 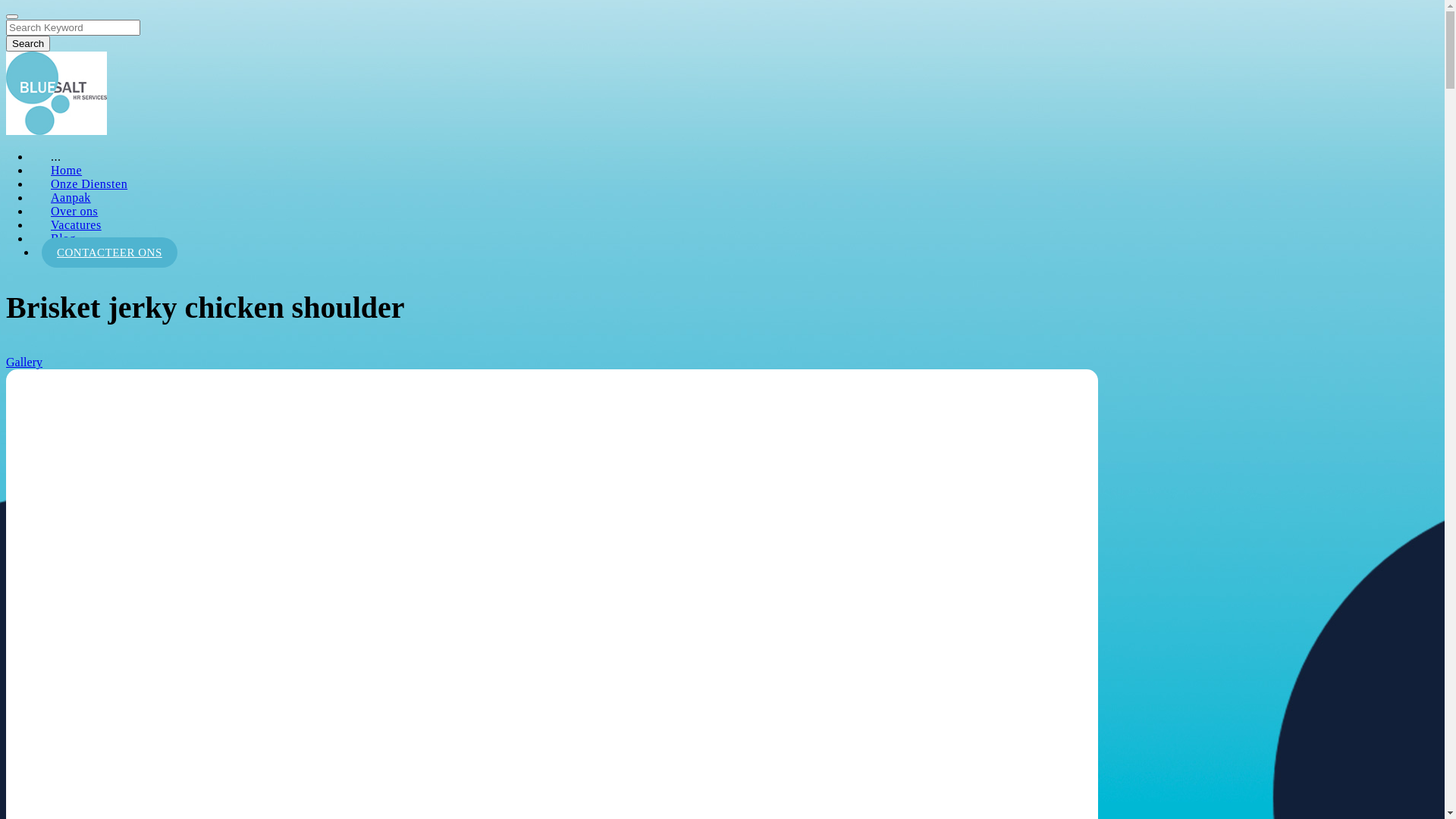 I want to click on 'Search', so click(x=28, y=42).